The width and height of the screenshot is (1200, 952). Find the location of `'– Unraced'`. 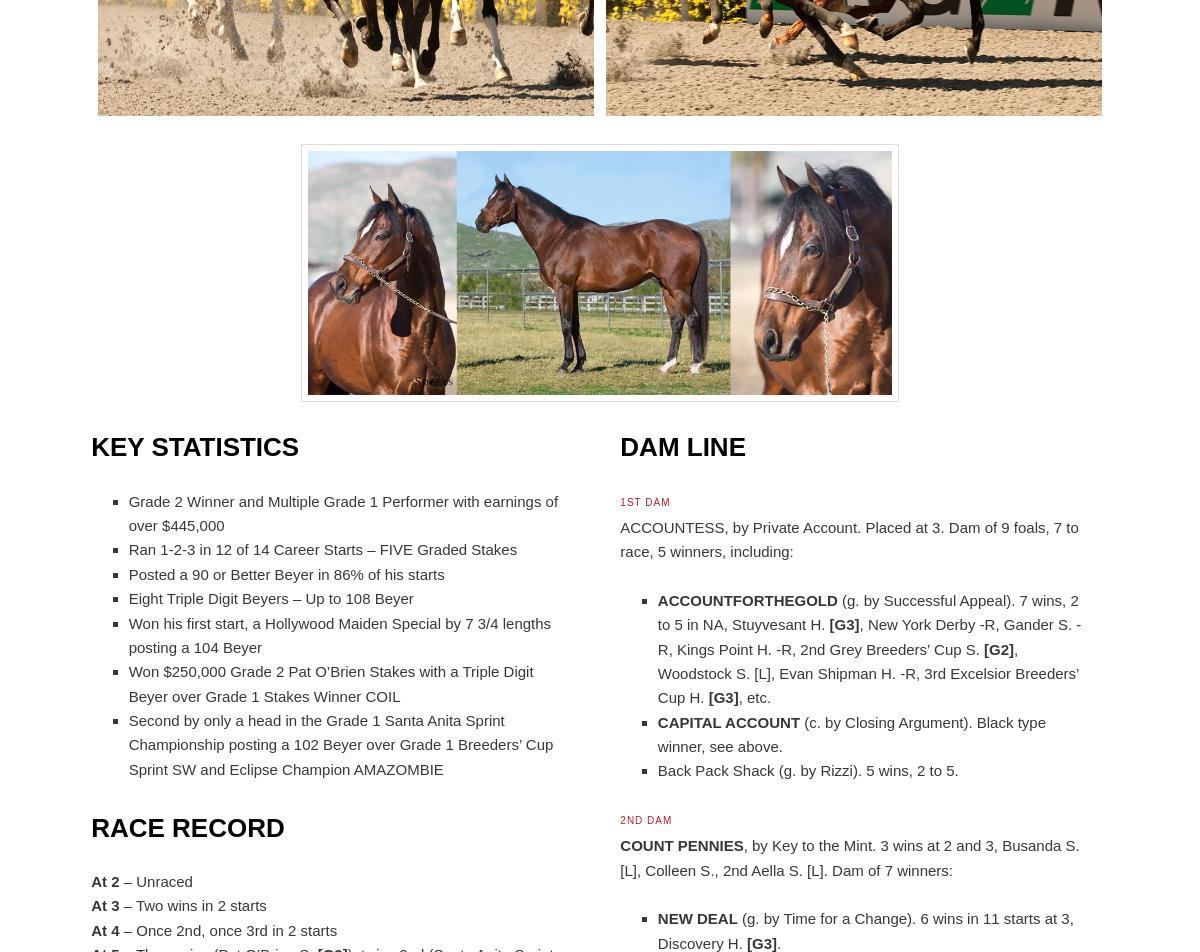

'– Unraced' is located at coordinates (154, 880).